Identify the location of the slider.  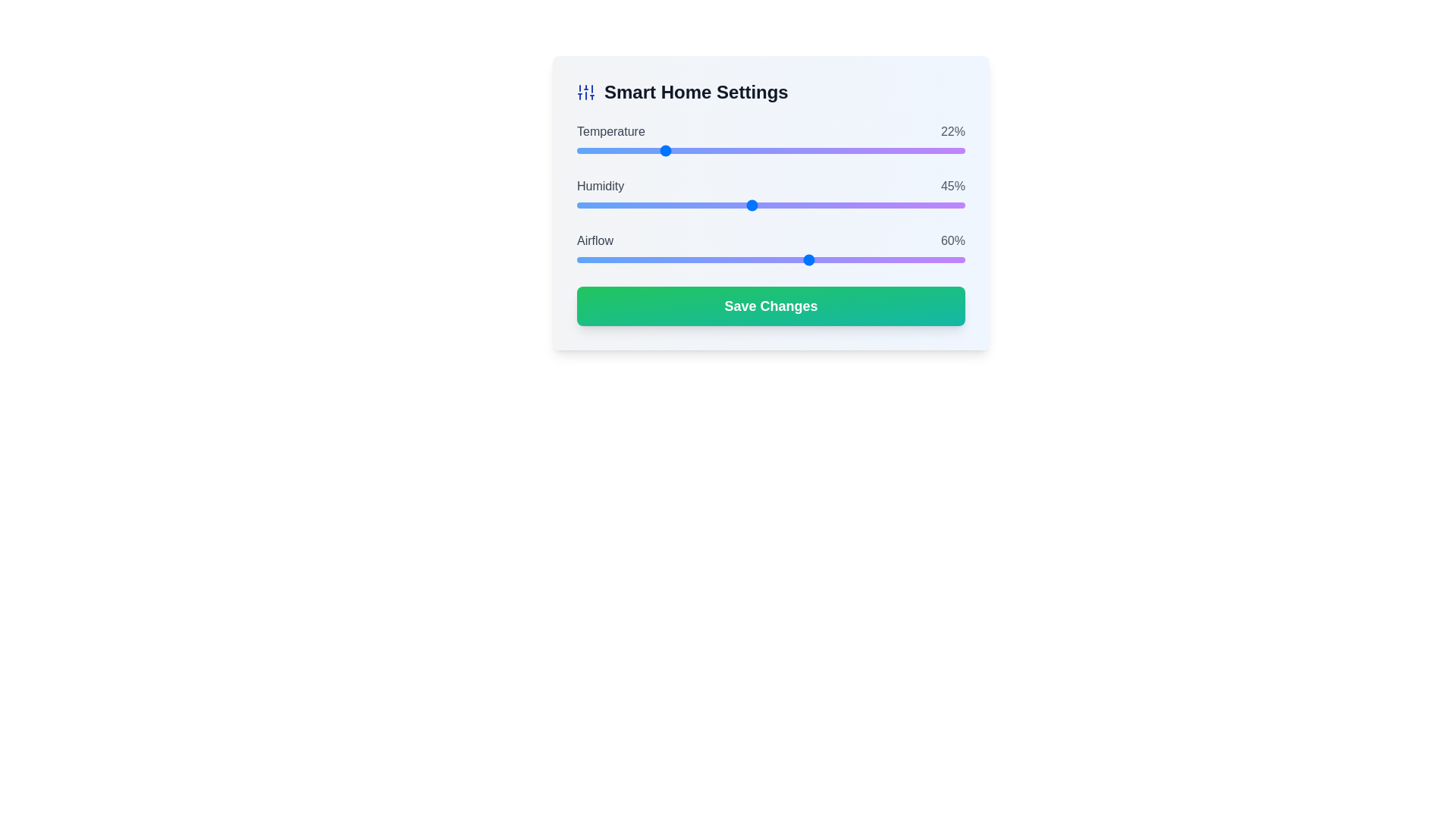
(732, 151).